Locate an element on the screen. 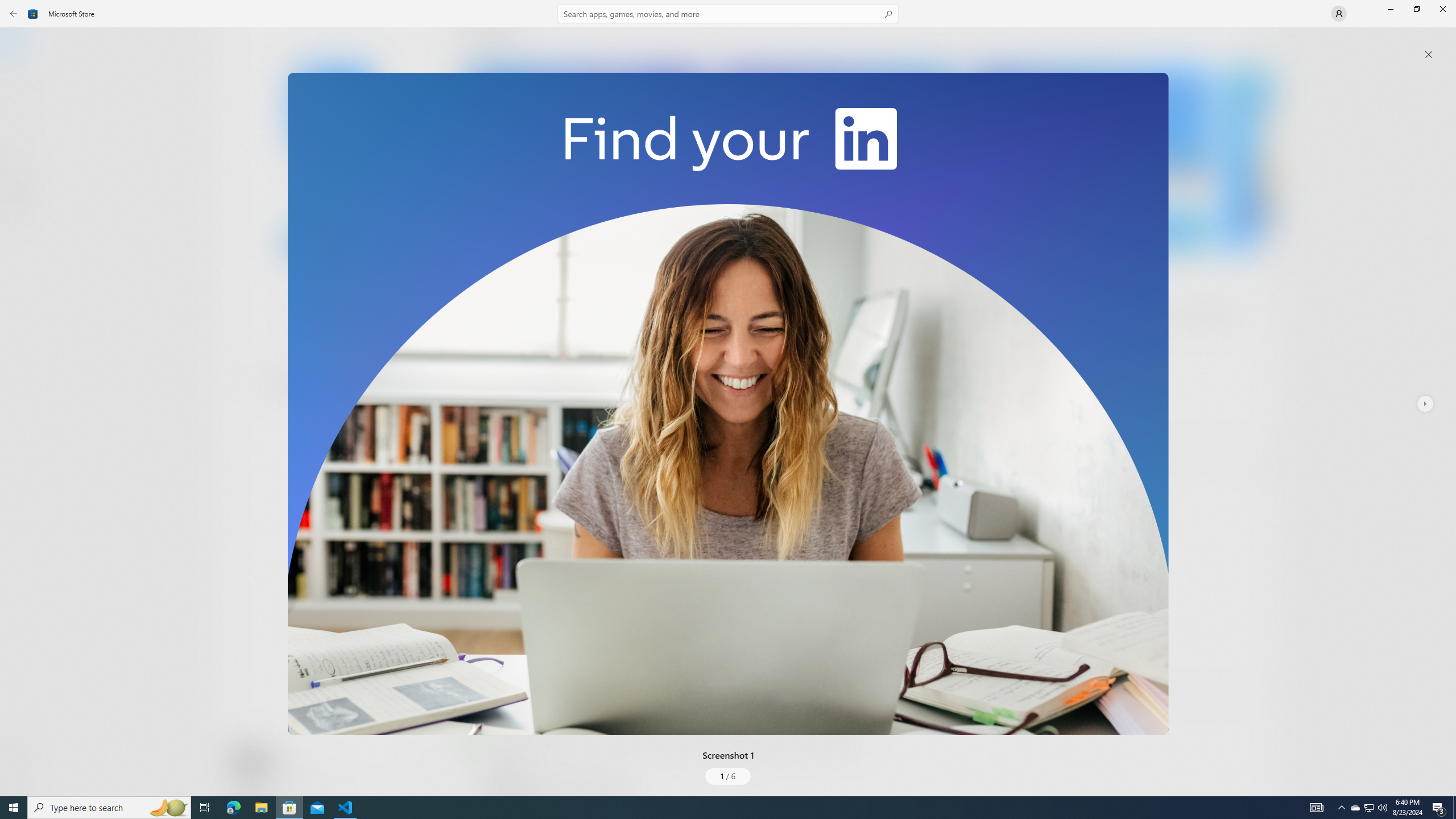 Image resolution: width=1456 pixels, height=819 pixels. 'Close Microsoft Store' is located at coordinates (1442, 9).